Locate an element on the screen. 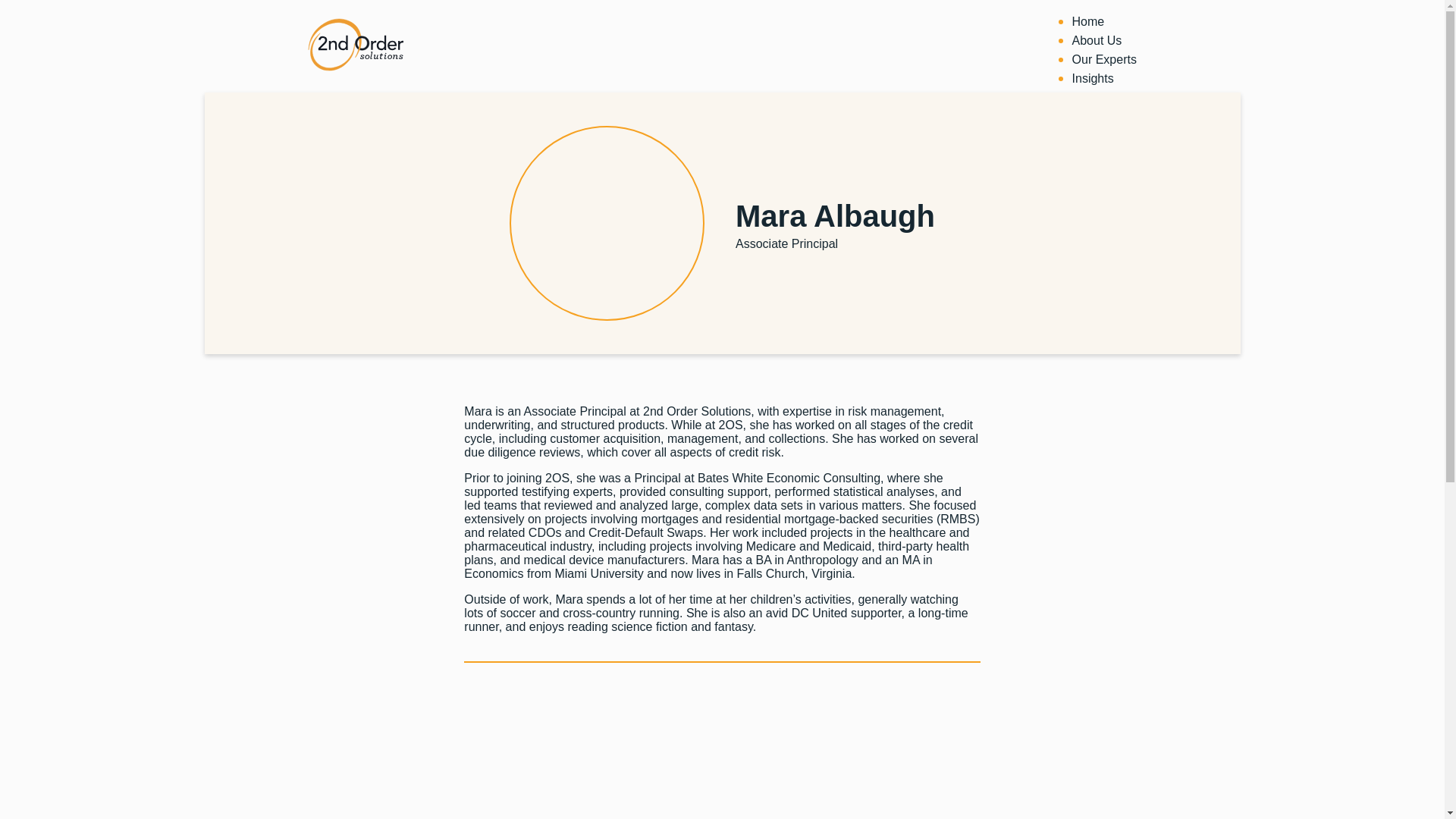  'Contact' is located at coordinates (1093, 115).